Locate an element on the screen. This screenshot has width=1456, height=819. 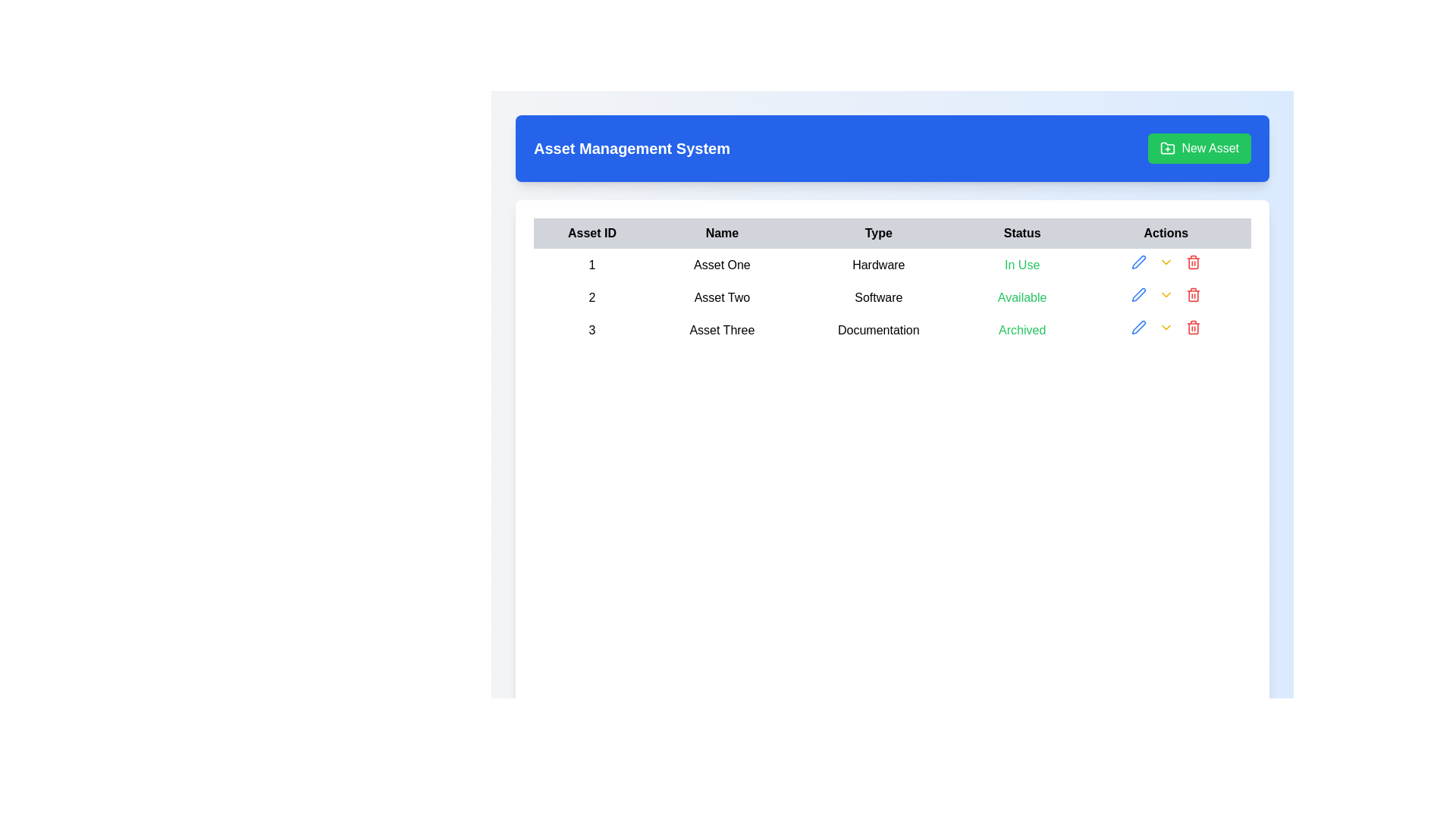
the text label displaying 'Name', which is a bold black font positioned in the second column of the table header row is located at coordinates (721, 234).